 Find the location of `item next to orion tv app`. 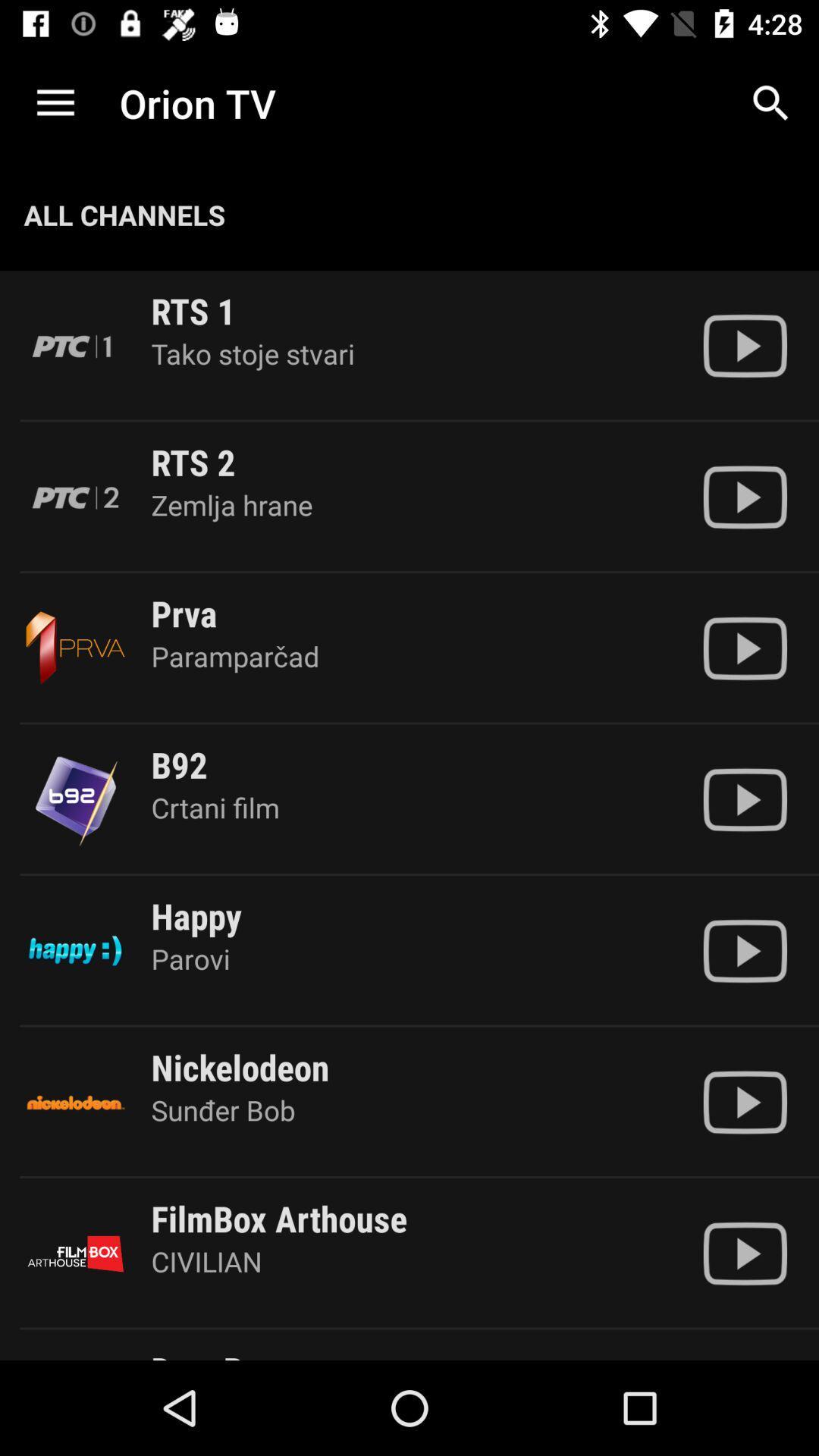

item next to orion tv app is located at coordinates (771, 102).